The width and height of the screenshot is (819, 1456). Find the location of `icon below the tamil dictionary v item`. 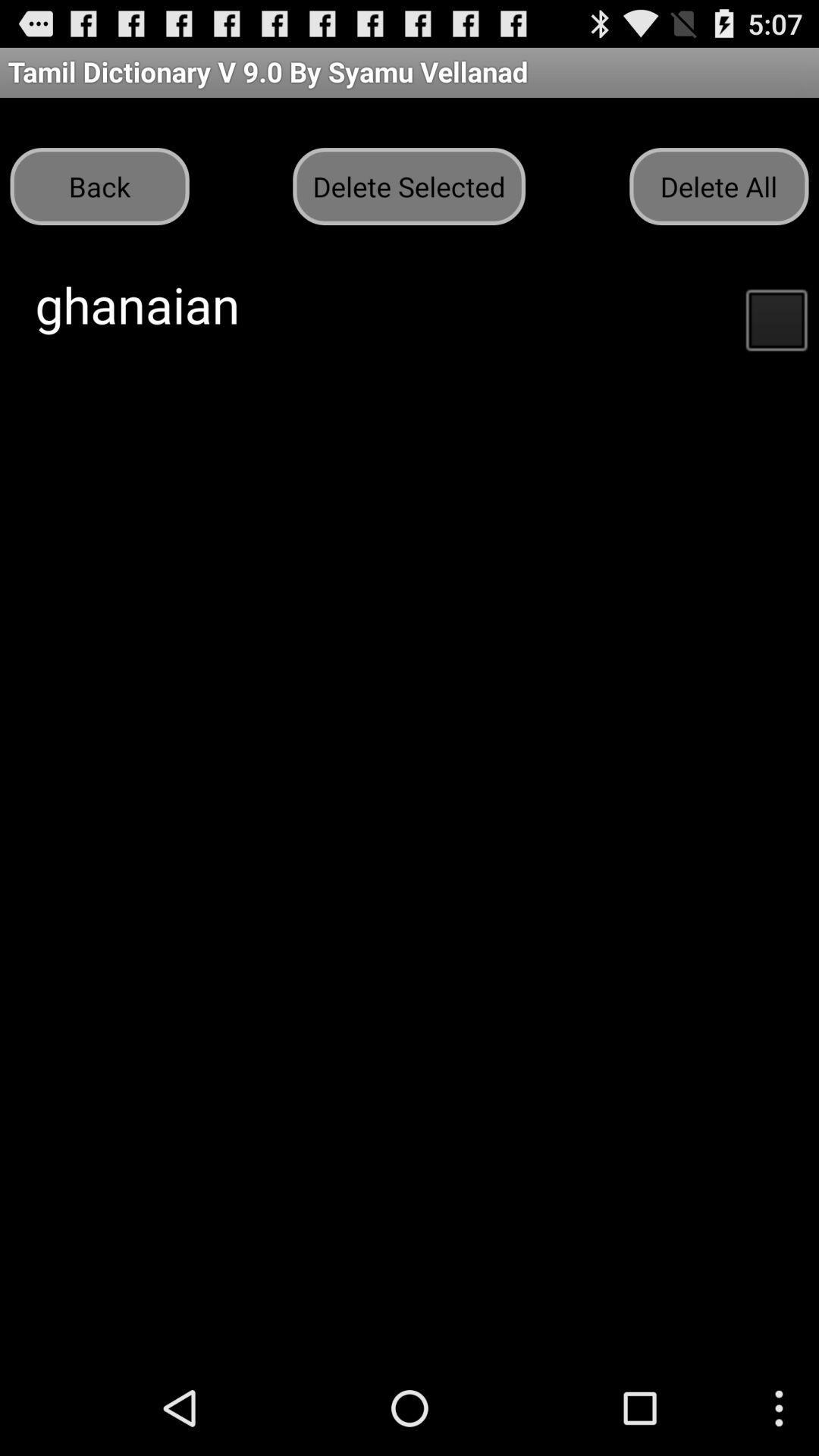

icon below the tamil dictionary v item is located at coordinates (99, 185).